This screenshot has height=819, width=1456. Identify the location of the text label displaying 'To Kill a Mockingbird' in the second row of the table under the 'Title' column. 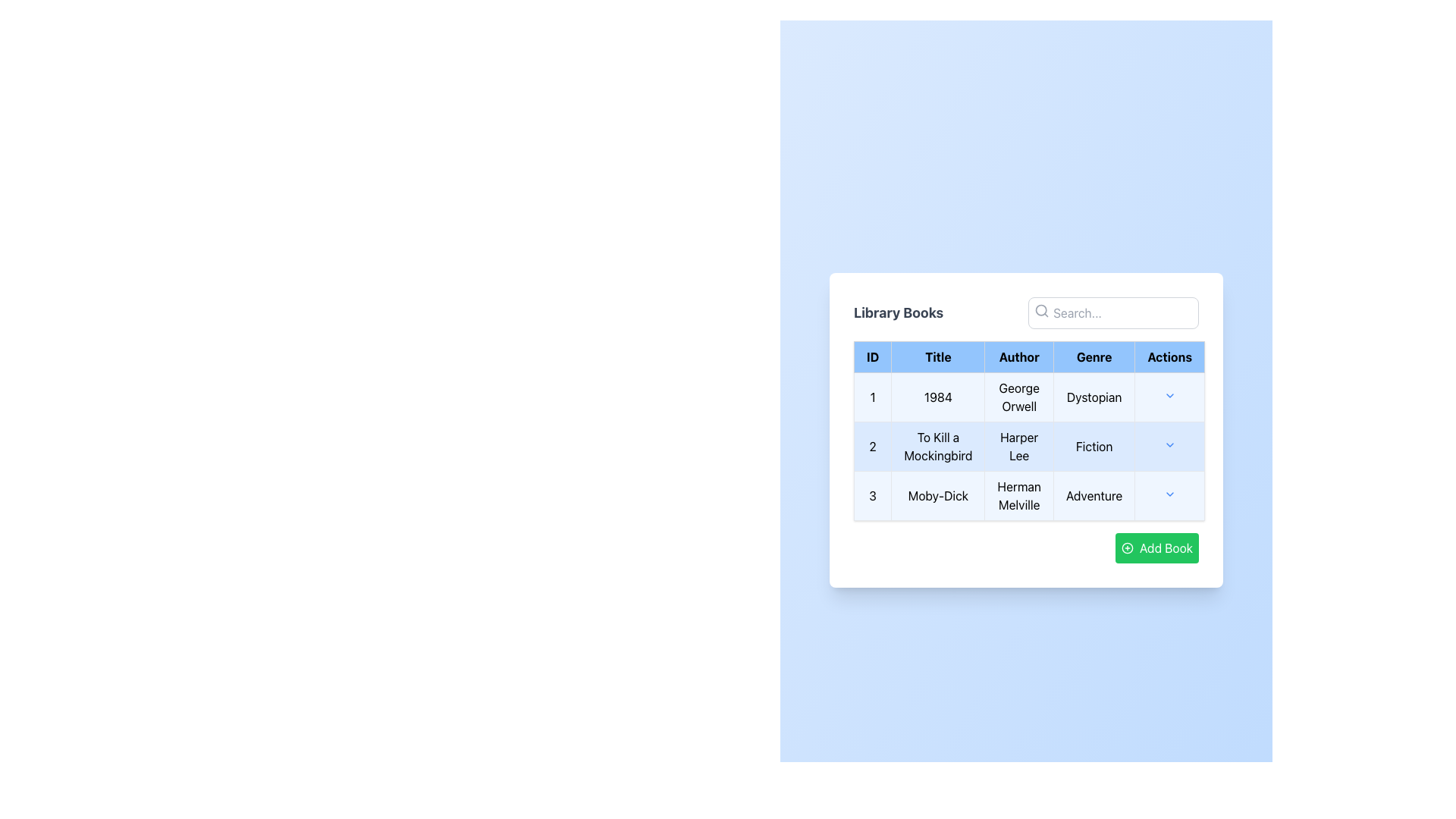
(937, 445).